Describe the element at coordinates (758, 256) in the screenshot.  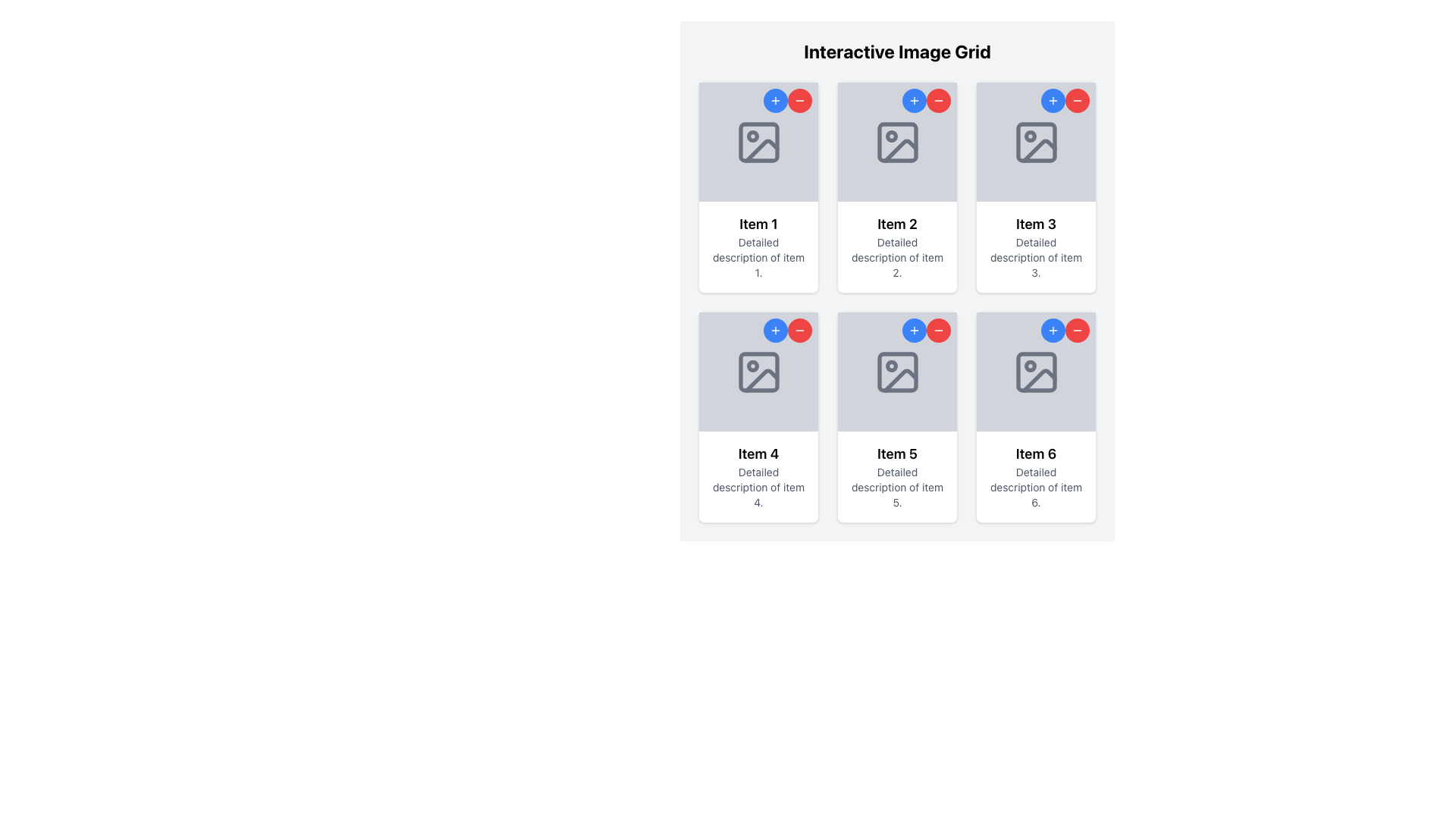
I see `the descriptive text element located under the title 'Item 1' in the first card of a 3x2 grid` at that location.